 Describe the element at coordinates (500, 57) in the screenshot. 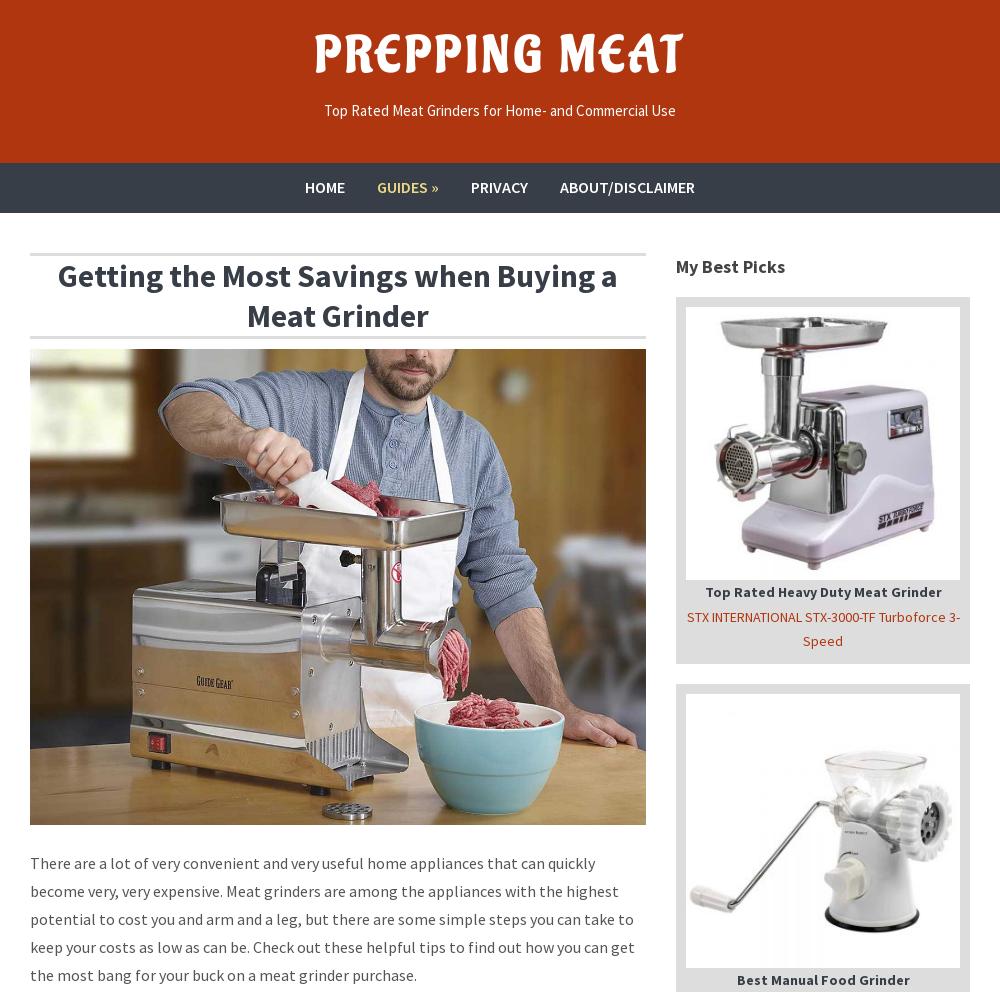

I see `'Prepping Meat'` at that location.